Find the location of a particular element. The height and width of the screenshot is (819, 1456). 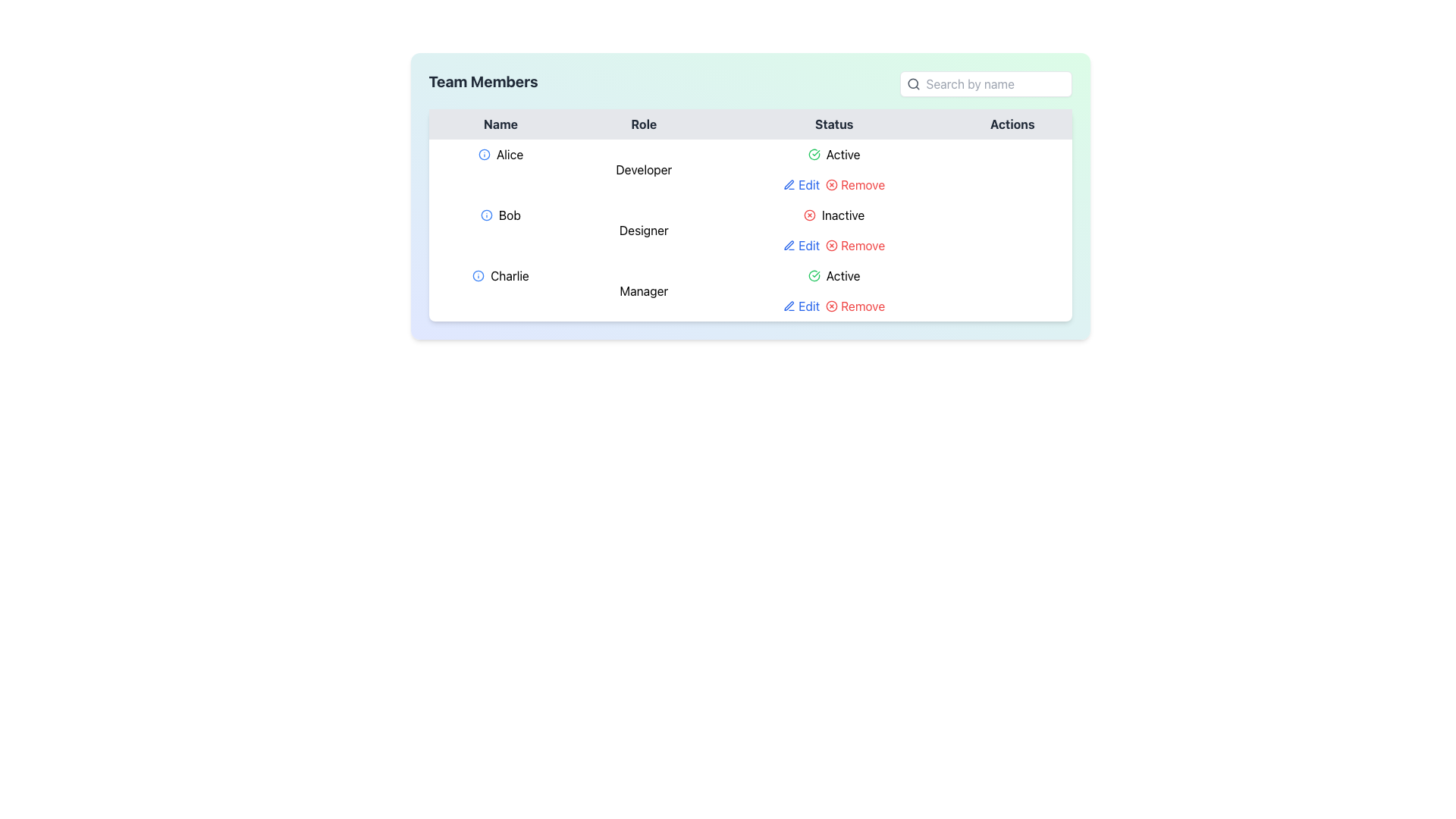

the 'Remove' link in the Actions column for the user 'Alice' is located at coordinates (833, 184).